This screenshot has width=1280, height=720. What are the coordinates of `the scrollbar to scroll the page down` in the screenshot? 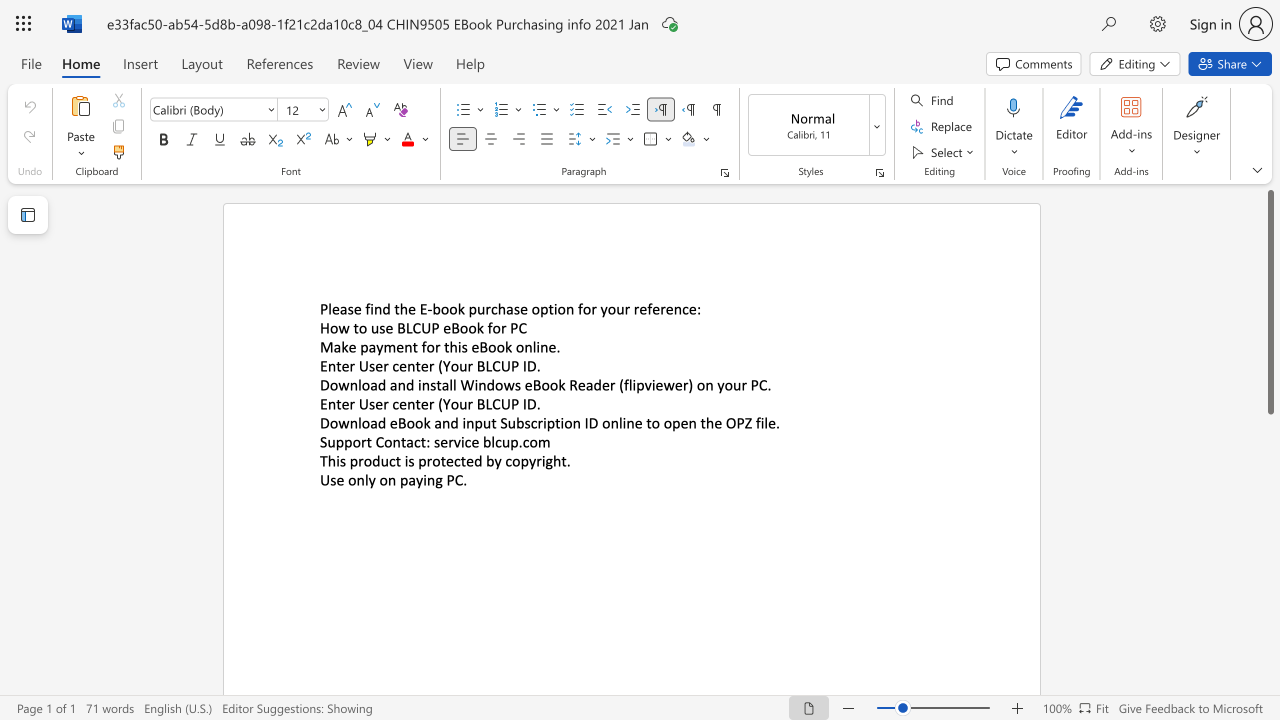 It's located at (1269, 640).